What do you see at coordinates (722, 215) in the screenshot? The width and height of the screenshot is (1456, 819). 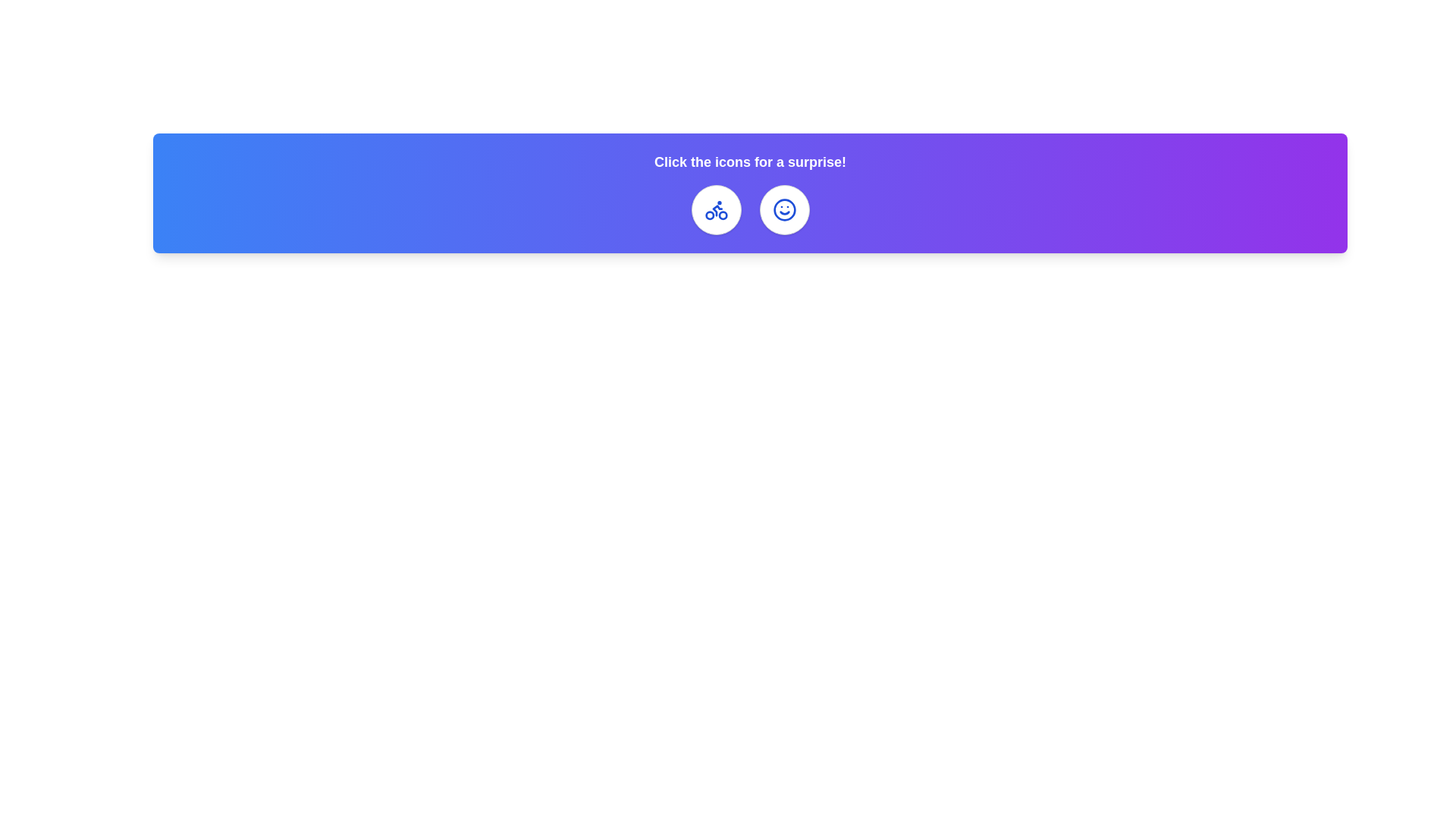 I see `the graphical circle representing the rear wheel of the bicycle icon located at the center of the interface` at bounding box center [722, 215].